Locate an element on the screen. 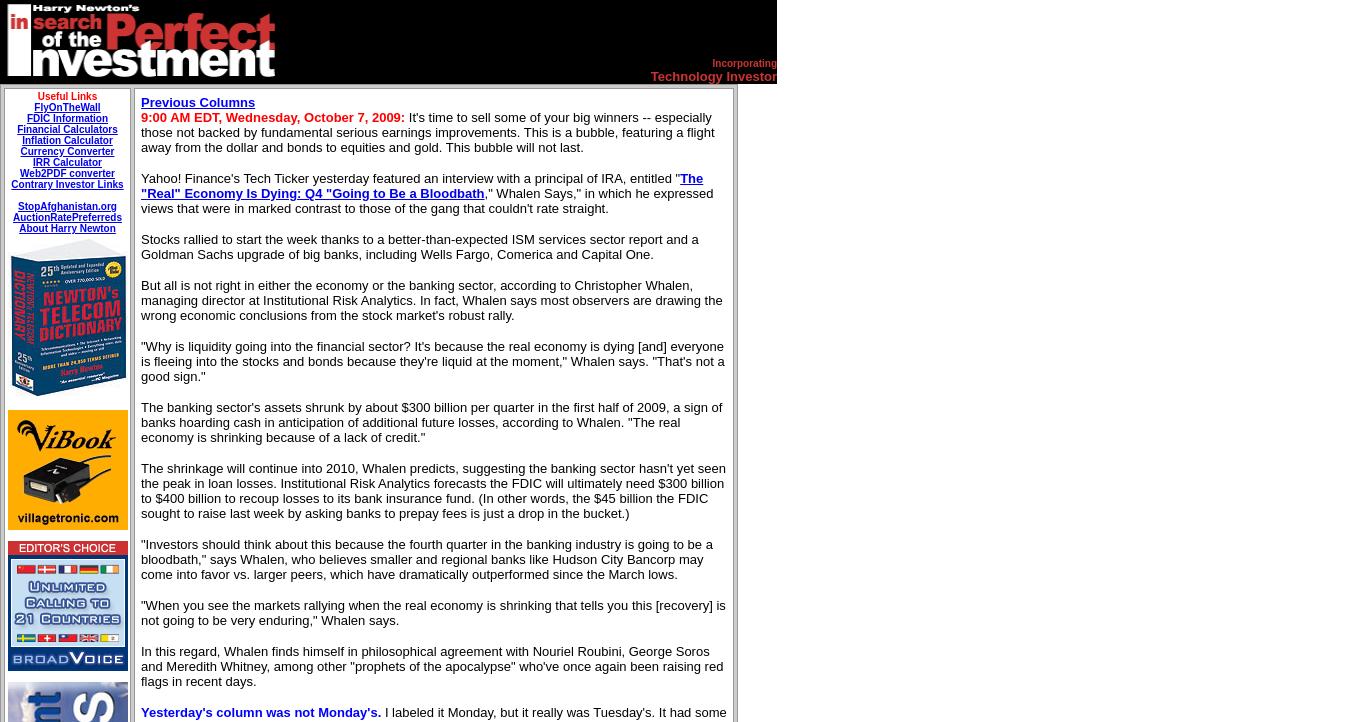 The width and height of the screenshot is (1350, 722). 'AuctionRatePreferreds' is located at coordinates (11, 216).